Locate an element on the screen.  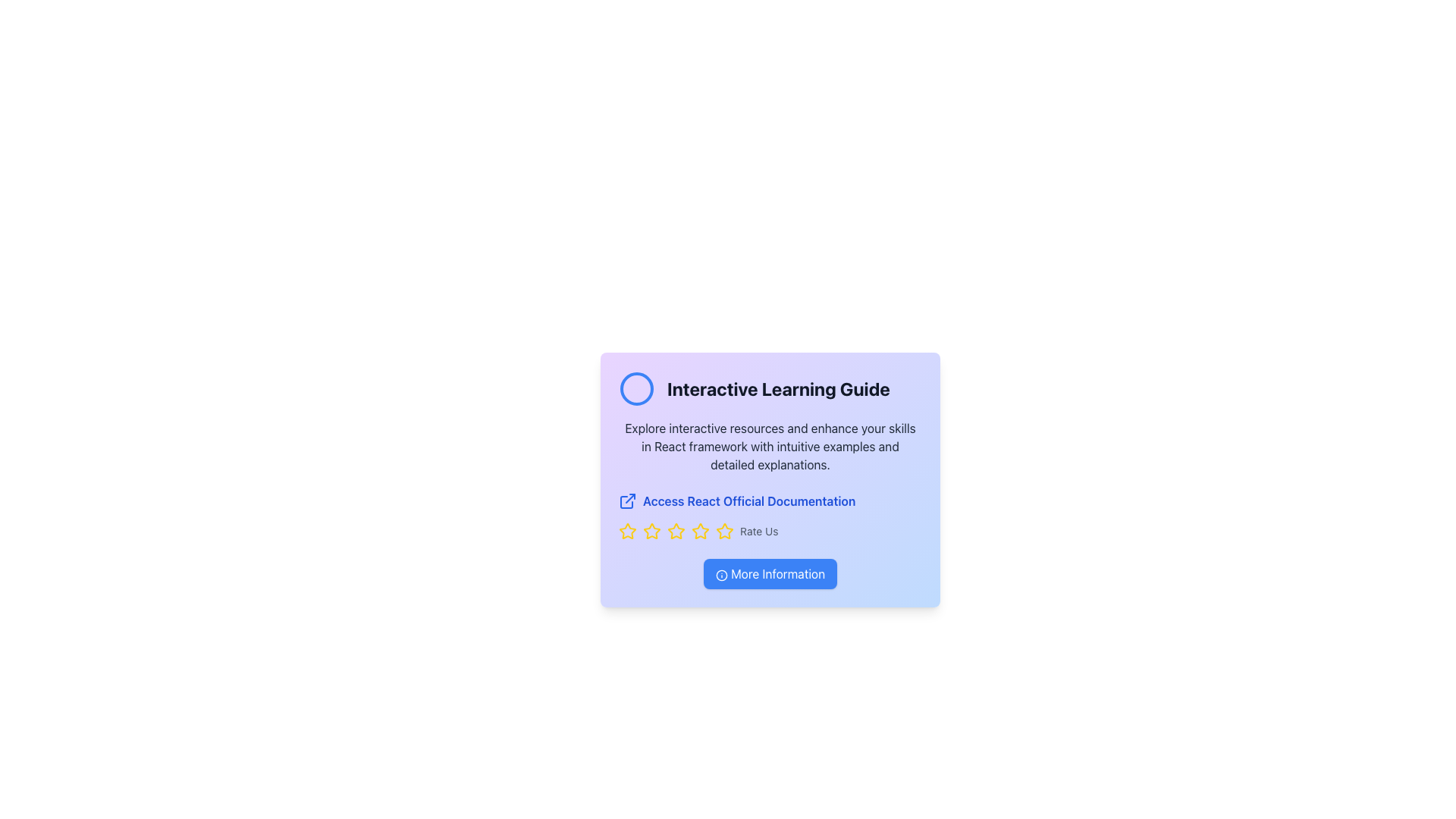
the rating system label that consists of five yellow stars followed by the text 'Rate Us' in gray, which is located above the blue button labeled 'More Information' is located at coordinates (770, 531).